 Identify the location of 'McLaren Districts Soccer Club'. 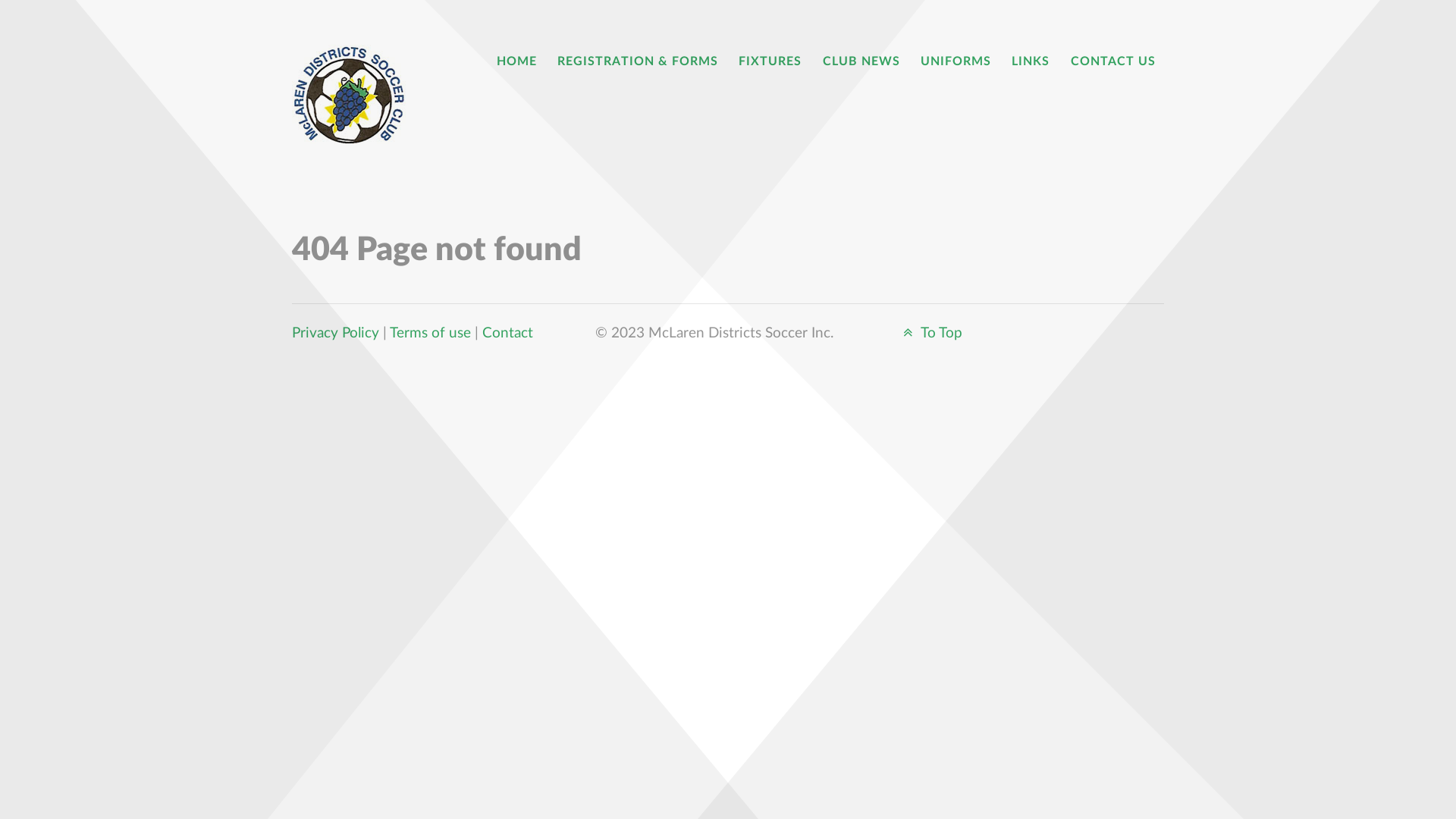
(354, 93).